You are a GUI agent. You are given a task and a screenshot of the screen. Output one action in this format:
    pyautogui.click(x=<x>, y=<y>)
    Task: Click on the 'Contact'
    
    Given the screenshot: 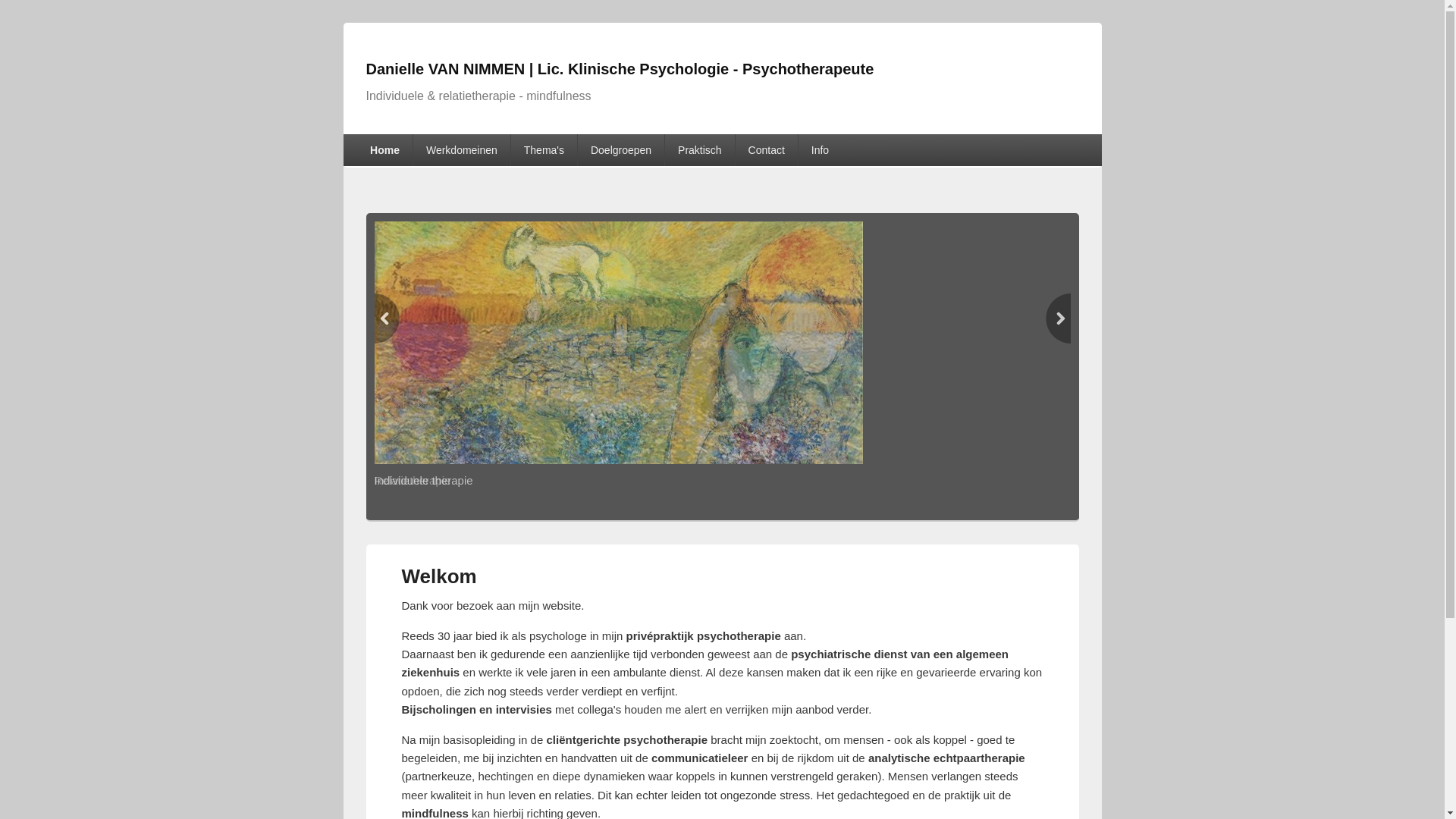 What is the action you would take?
    pyautogui.click(x=767, y=149)
    